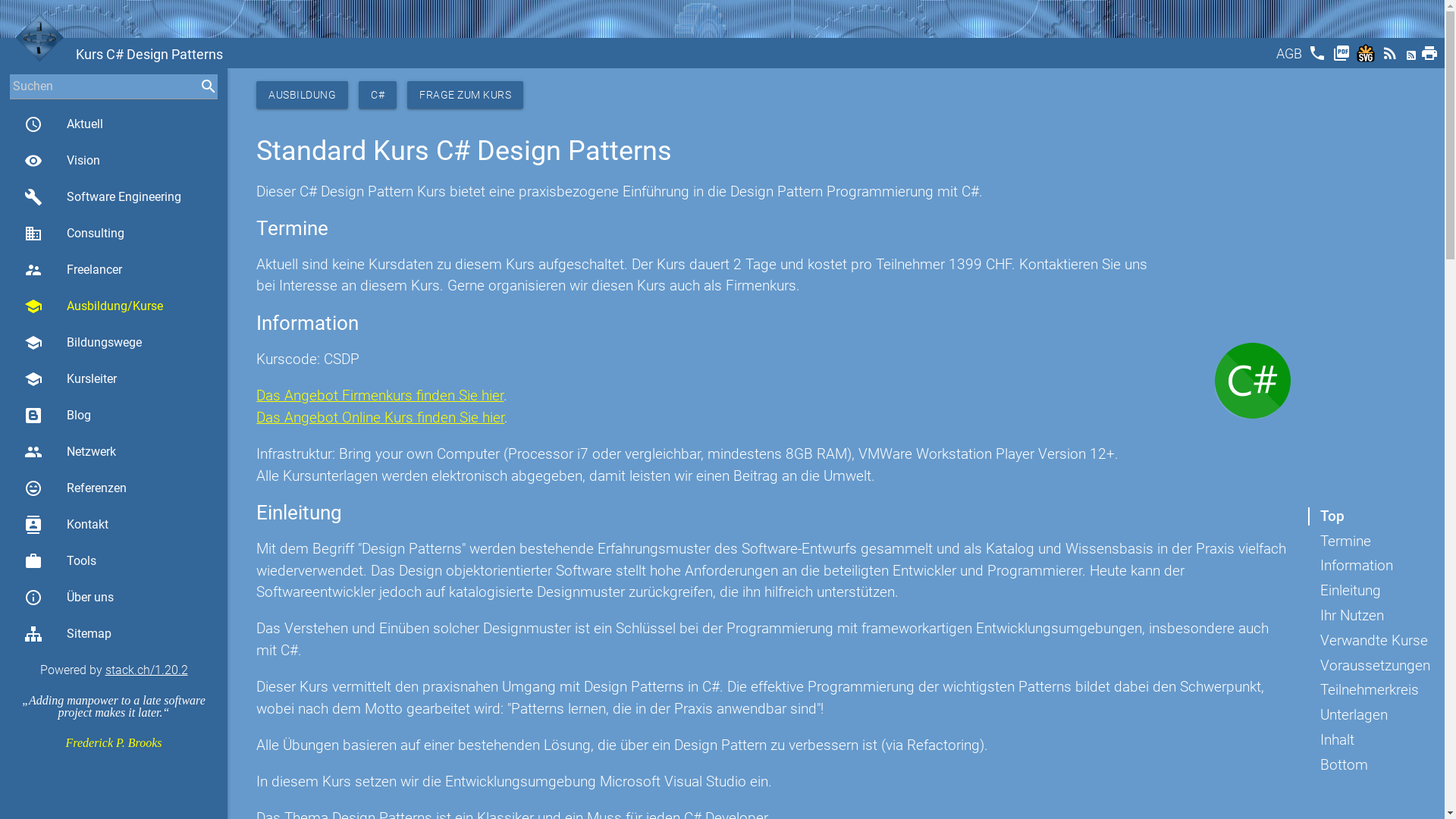  Describe the element at coordinates (1429, 57) in the screenshot. I see `'print'` at that location.